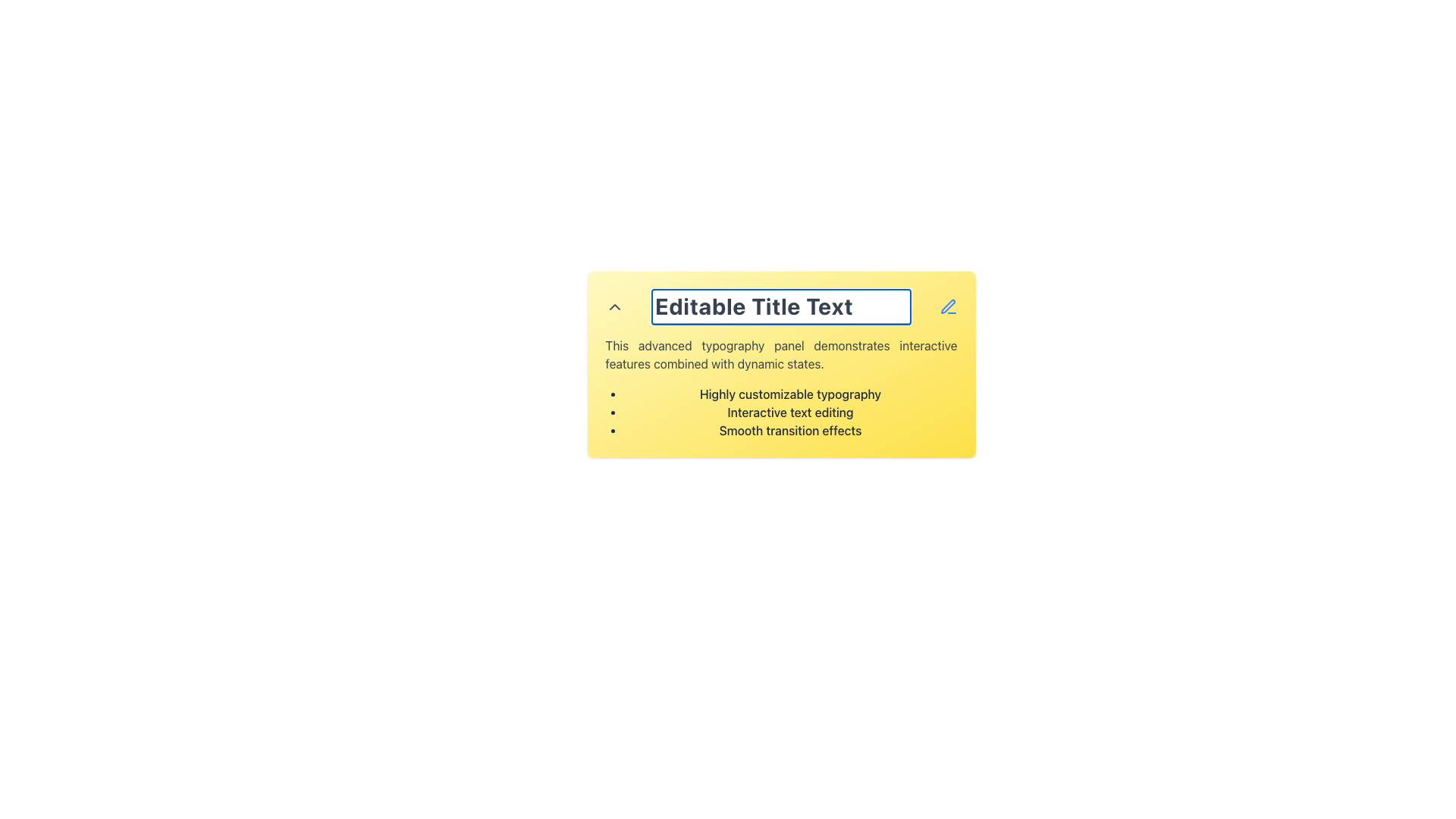  I want to click on the text label element that reads 'Highly customizable typography', which is the first item in a bulleted list on a light yellow background, so click(789, 394).